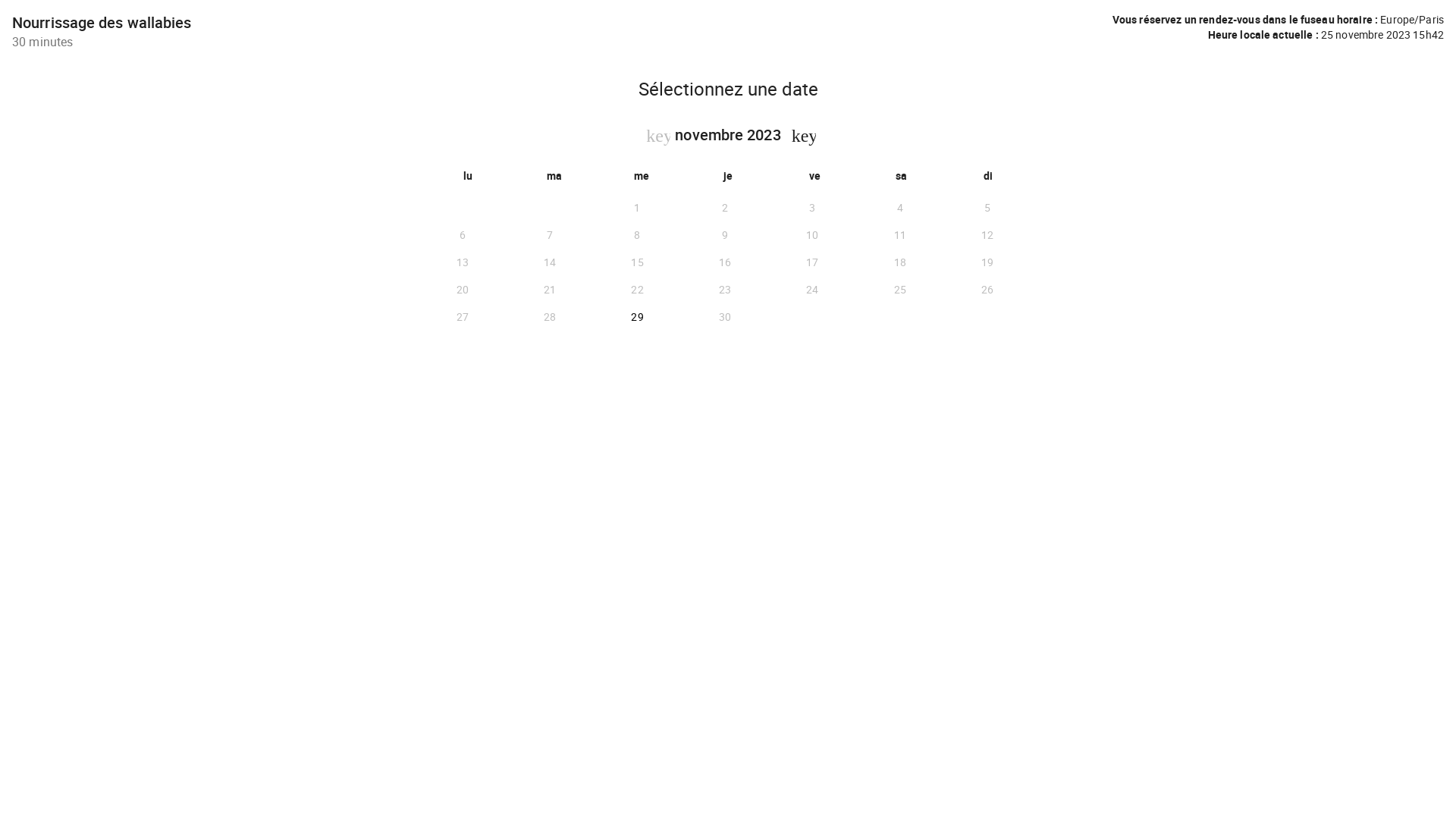 The height and width of the screenshot is (819, 1456). I want to click on '23', so click(723, 289).